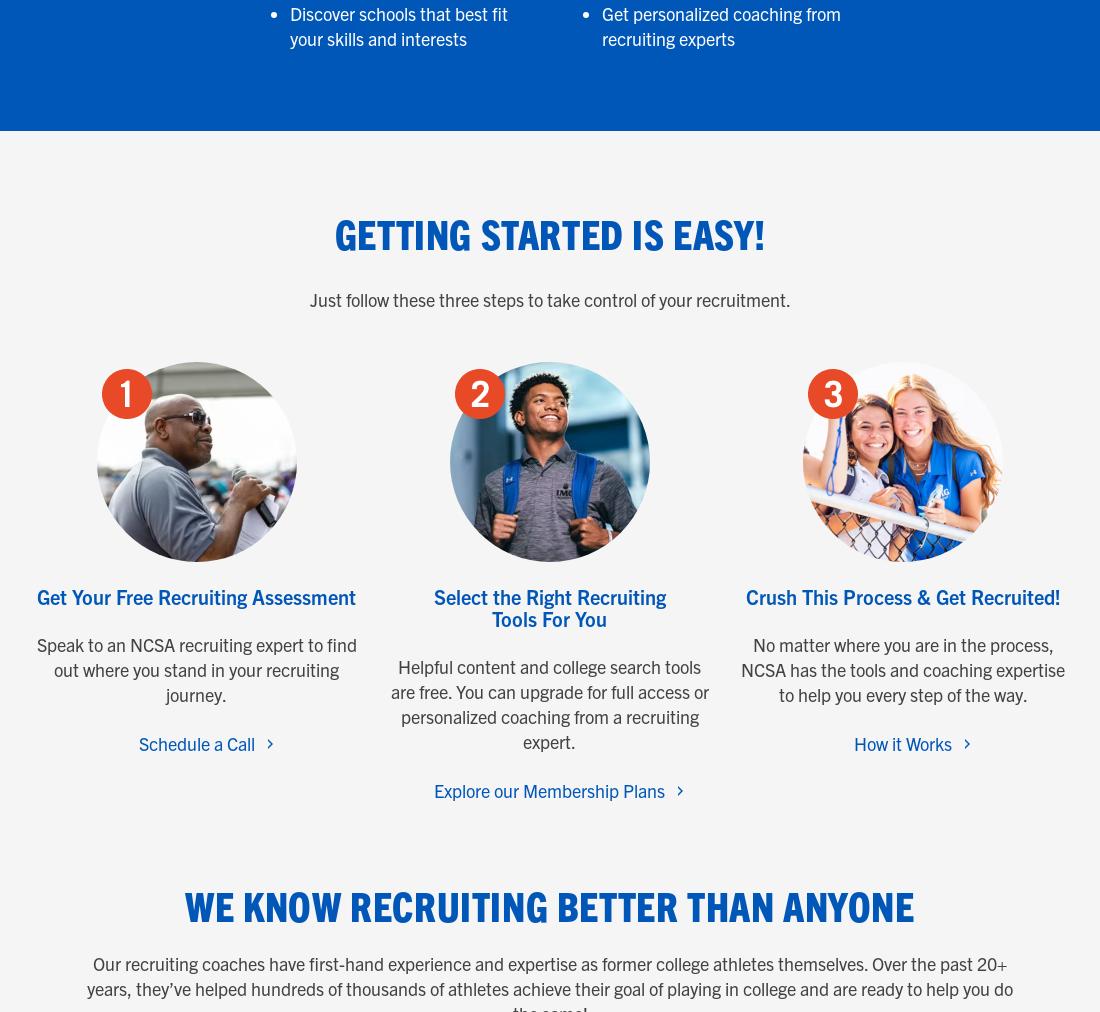 Image resolution: width=1100 pixels, height=1012 pixels. Describe the element at coordinates (184, 905) in the screenshot. I see `'We Know Recruiting Better Than Anyone'` at that location.